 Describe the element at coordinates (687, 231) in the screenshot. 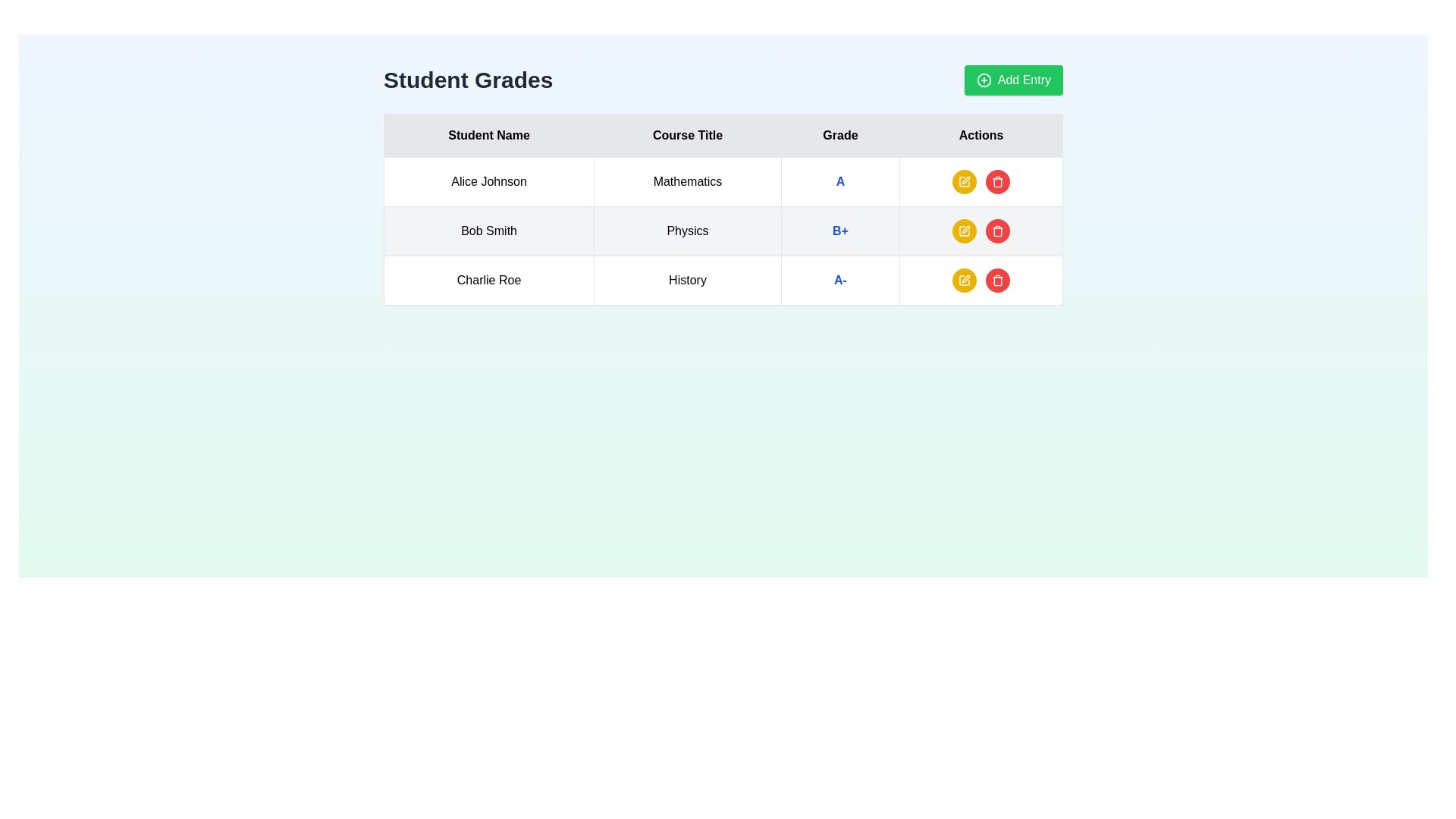

I see `the 'Course Title' text element in the 'Student Grades' table, located in the second row and second column, directly under the header and adjacent to 'Bob Smith'` at that location.